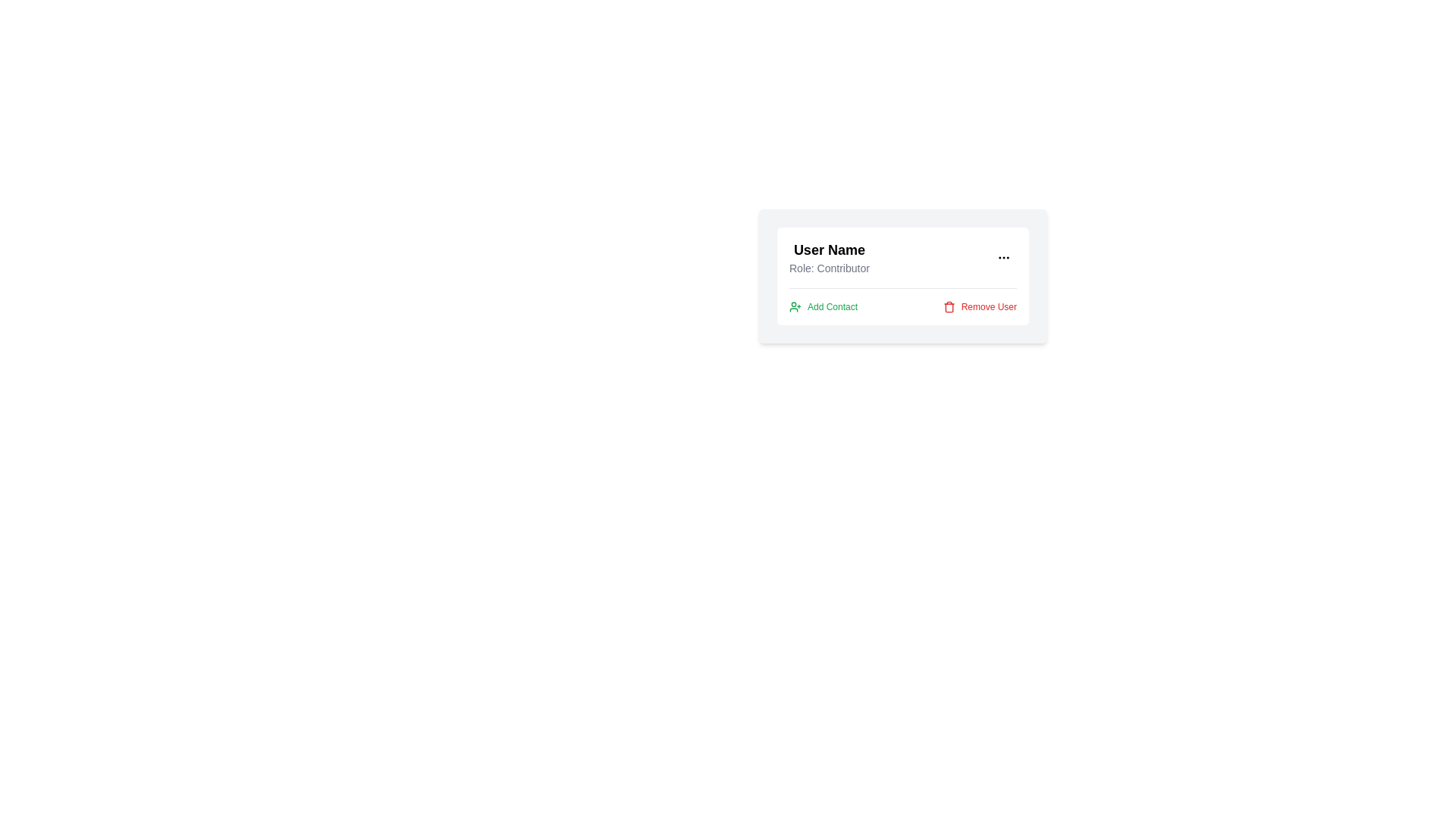 Image resolution: width=1456 pixels, height=819 pixels. Describe the element at coordinates (980, 307) in the screenshot. I see `the button intended for removing a user from the list, located to the right of the 'Add Contact' button, to observe tooltips or style changes` at that location.